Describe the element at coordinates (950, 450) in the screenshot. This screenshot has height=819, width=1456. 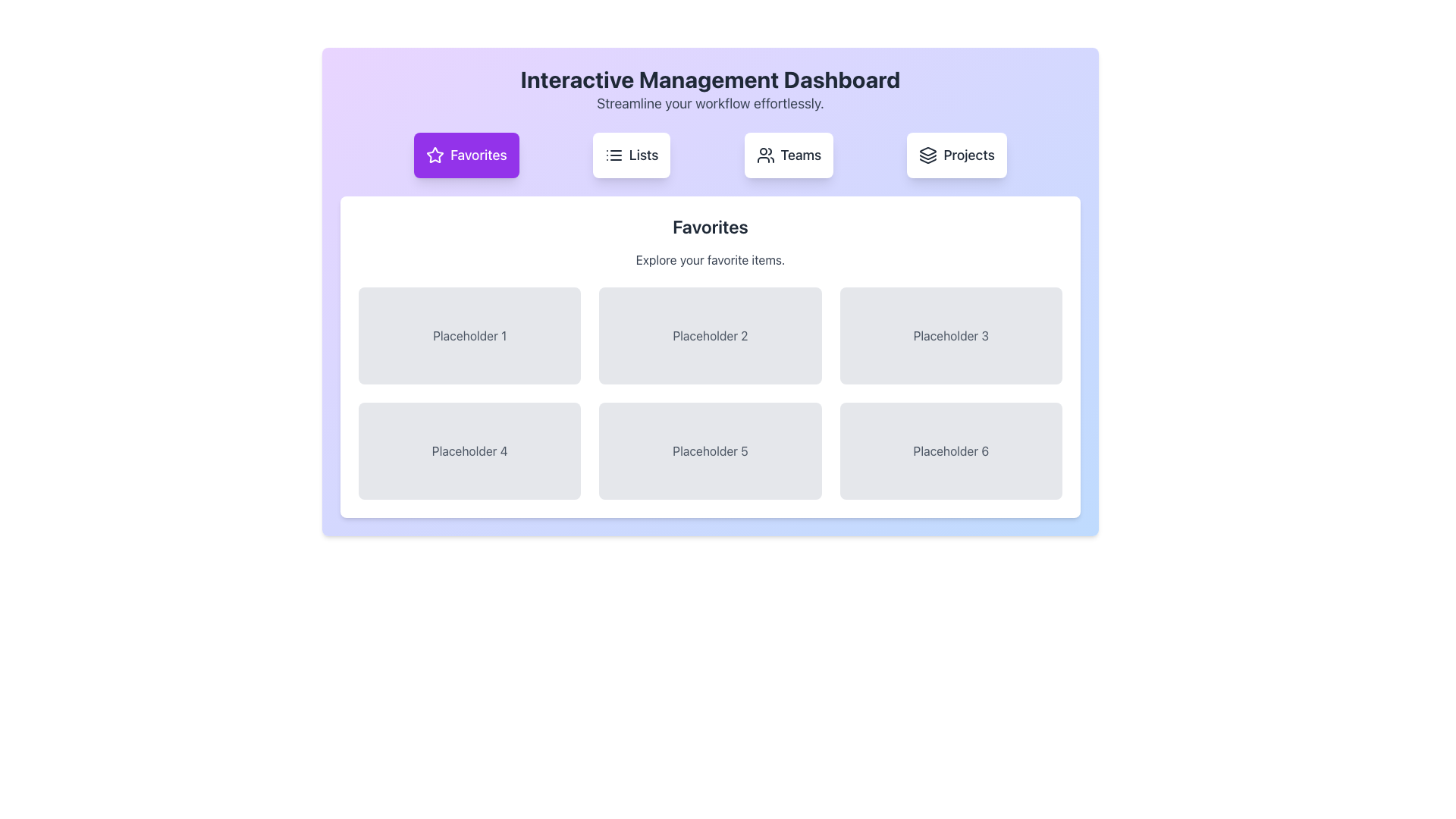
I see `textual content of the text label displaying 'Placeholder 6' styled in gray font, located in the bottom-right card of a grid` at that location.